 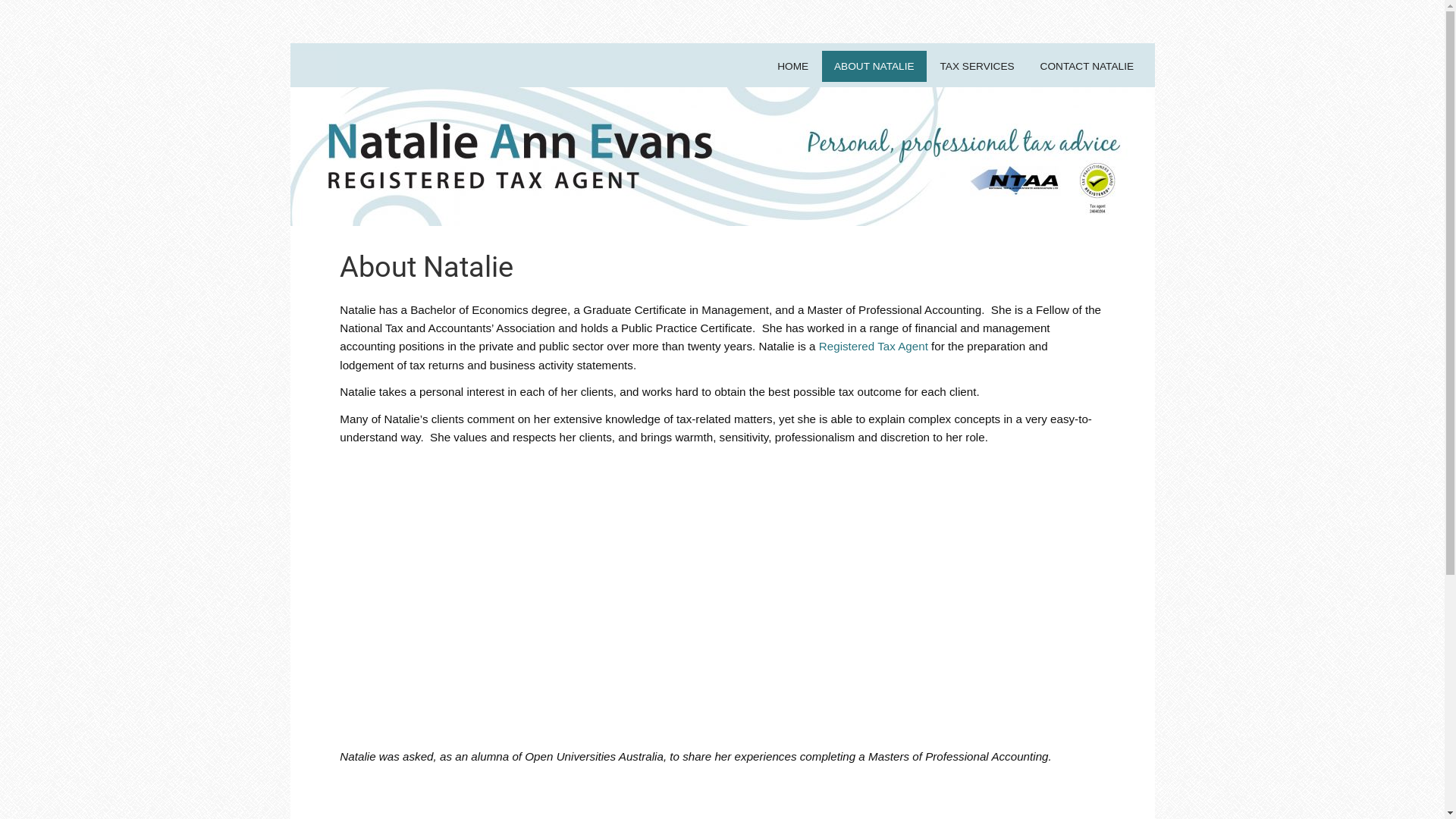 What do you see at coordinates (874, 65) in the screenshot?
I see `'ABOUT NATALIE'` at bounding box center [874, 65].